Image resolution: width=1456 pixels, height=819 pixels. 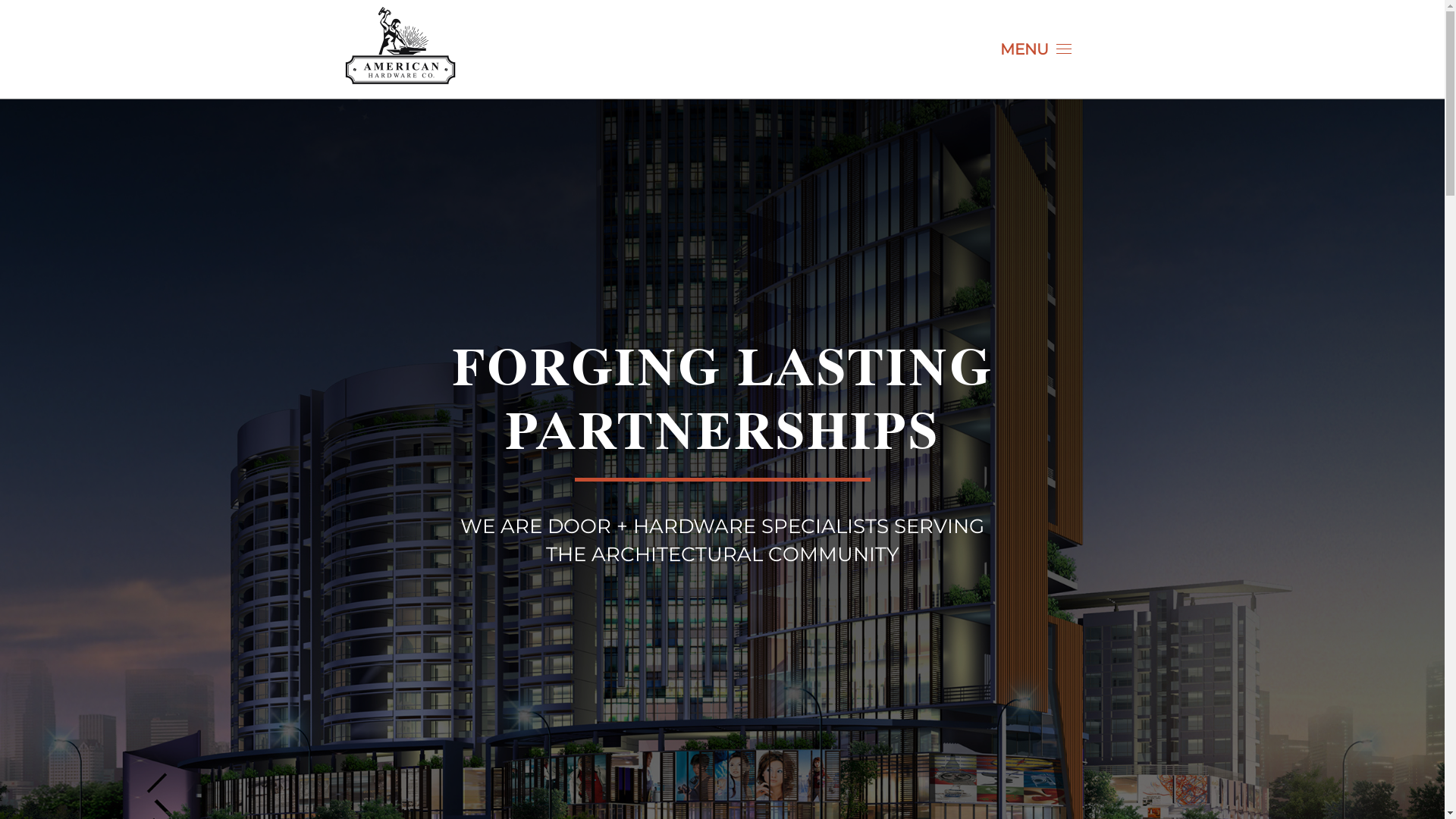 I want to click on 'MENU', so click(x=1035, y=49).